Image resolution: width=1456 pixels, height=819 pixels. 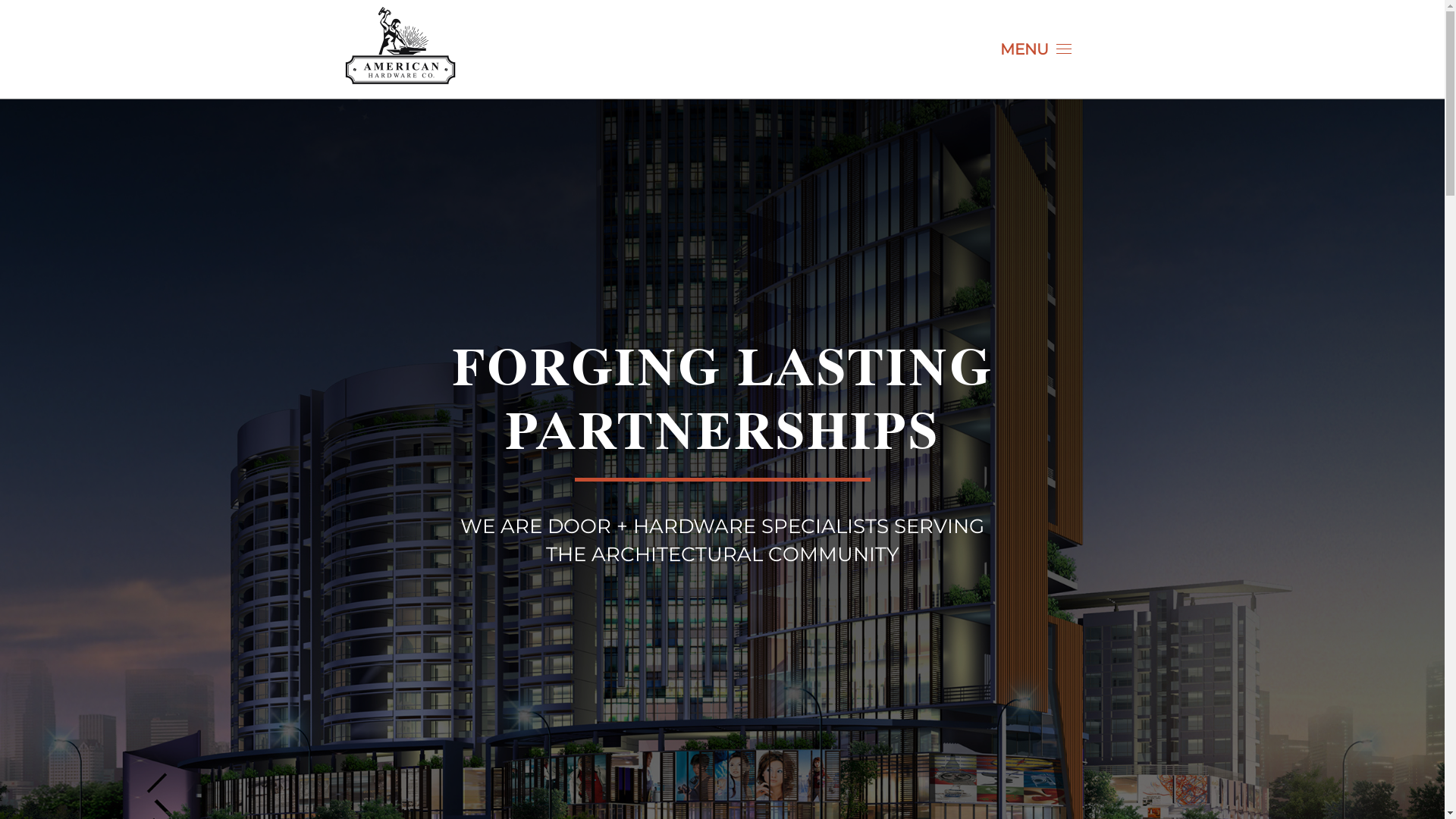 I want to click on 'MENU', so click(x=1035, y=49).